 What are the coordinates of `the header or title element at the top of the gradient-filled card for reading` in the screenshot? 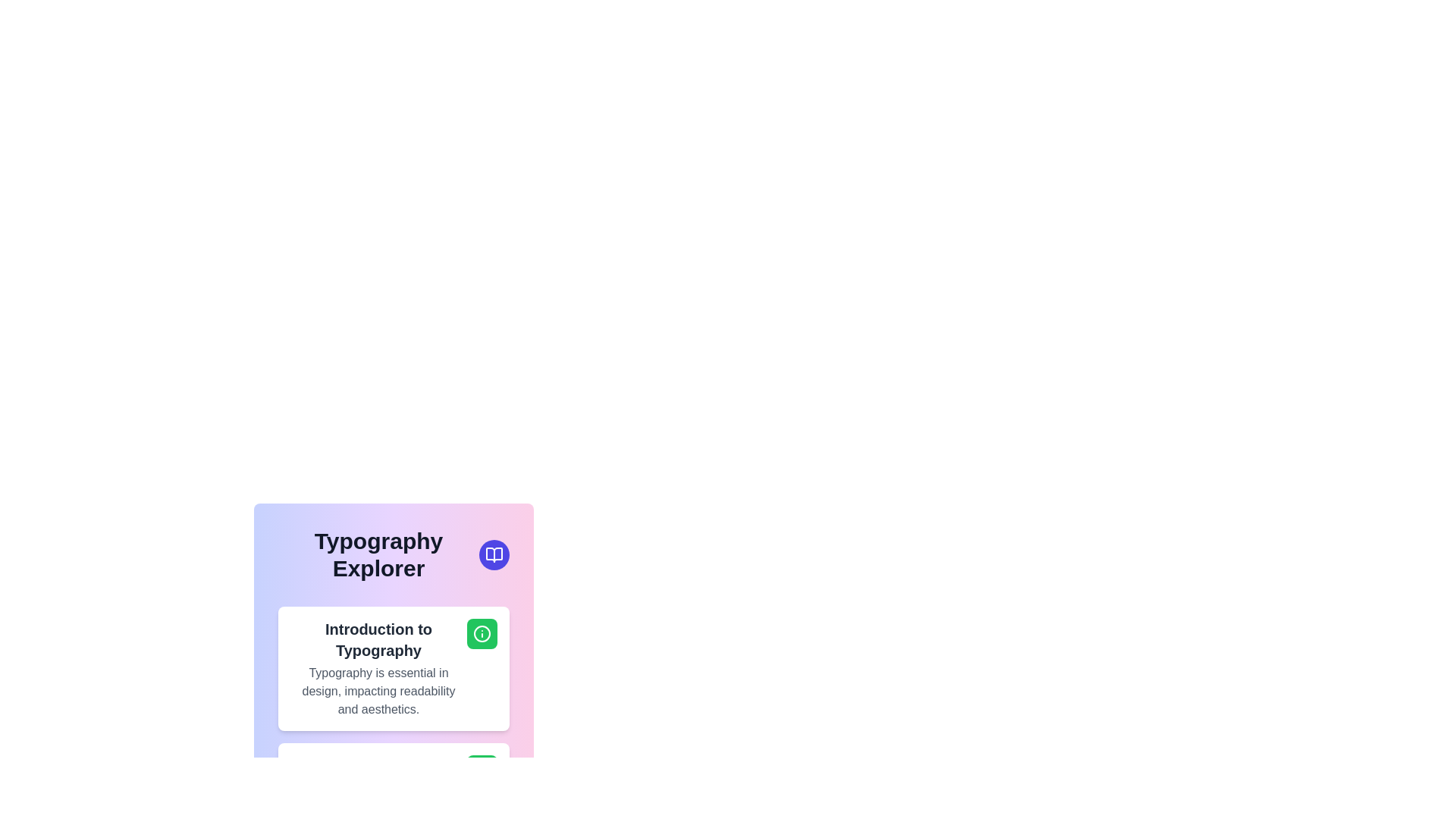 It's located at (394, 555).